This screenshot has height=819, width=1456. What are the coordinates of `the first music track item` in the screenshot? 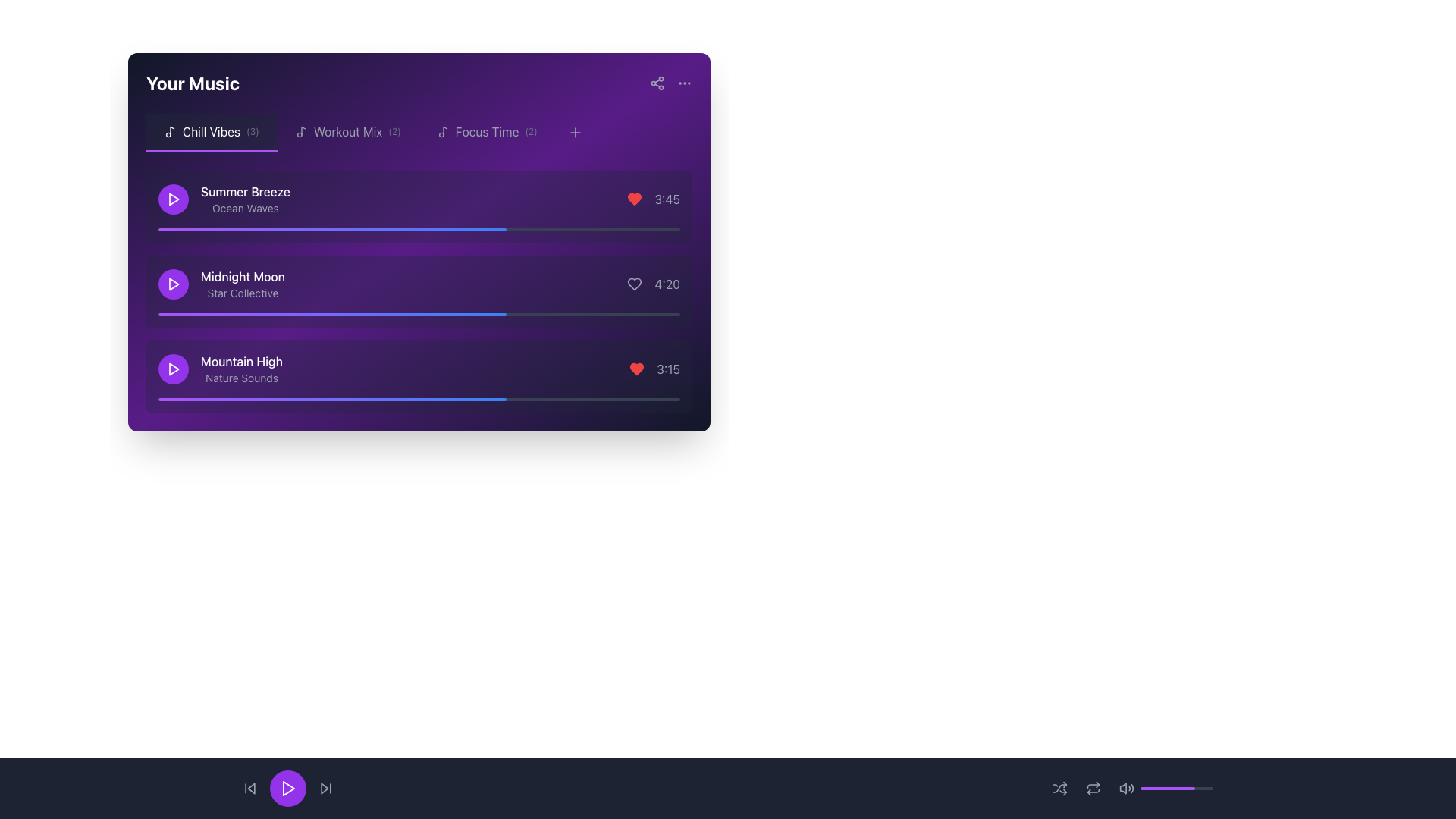 It's located at (419, 198).